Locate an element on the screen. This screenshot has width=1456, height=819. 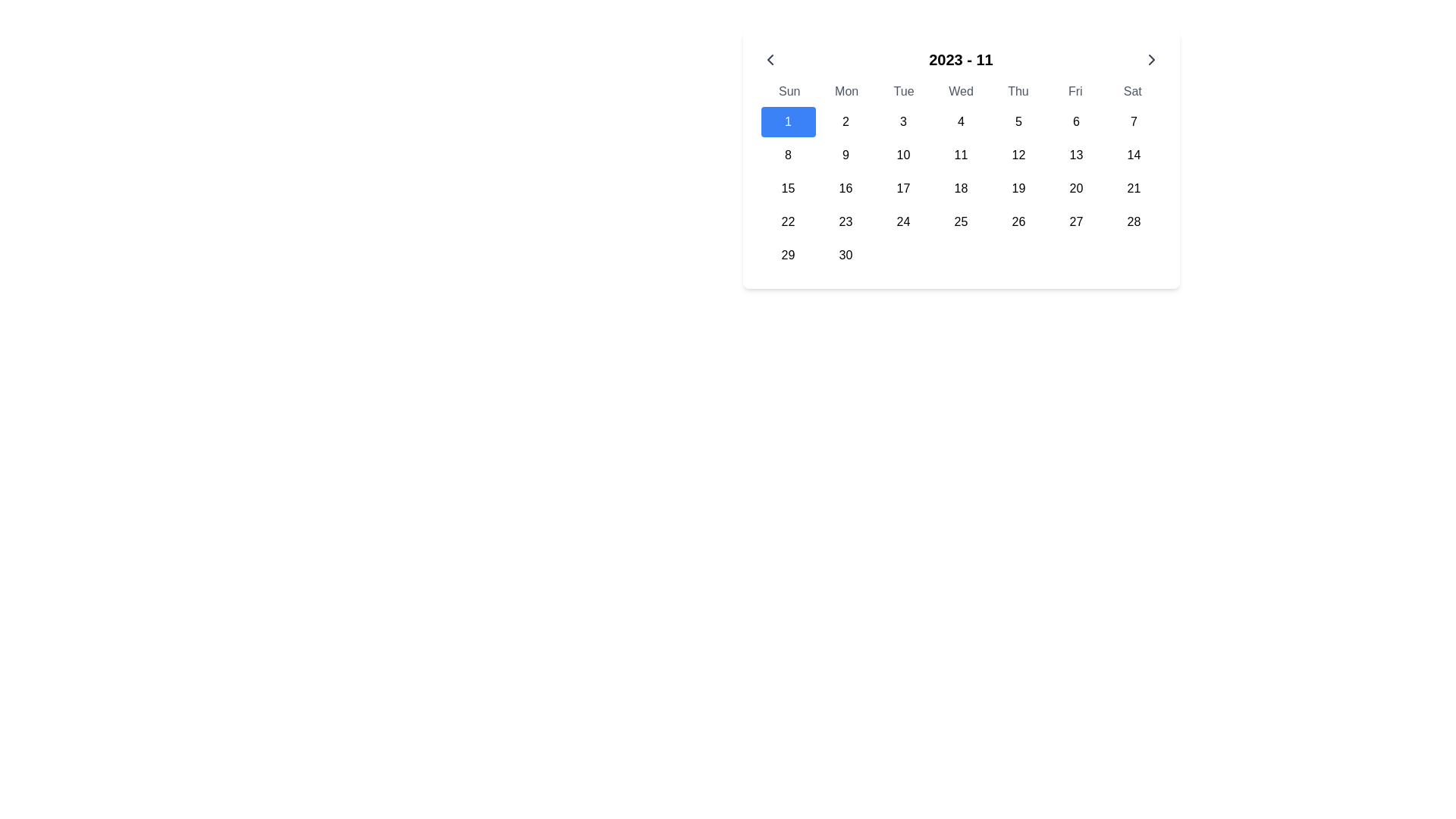
the rounded rectangular button labeled '8' in the calendar-like component to change its background color to light gray is located at coordinates (788, 155).